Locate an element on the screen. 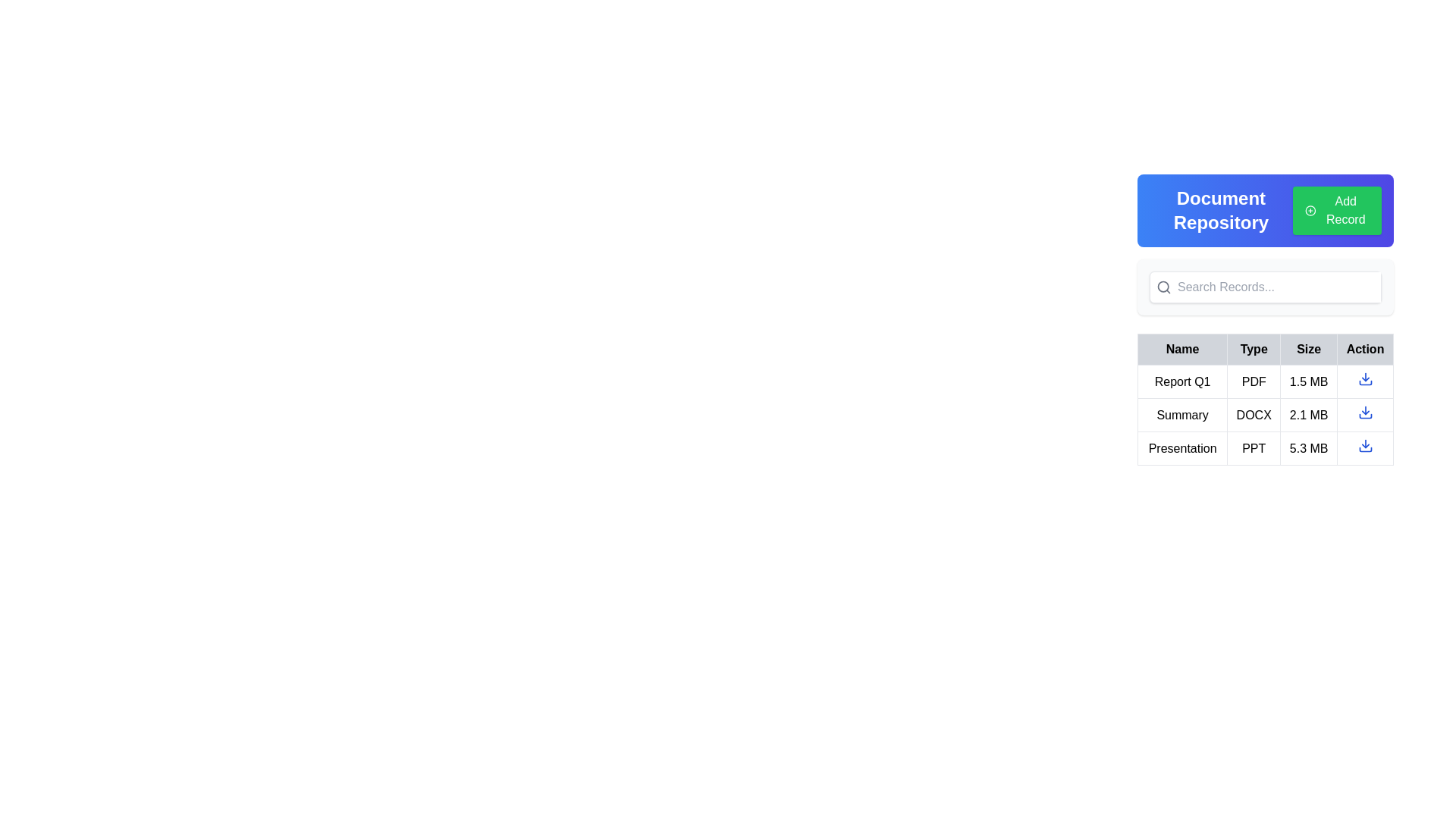 This screenshot has width=1456, height=819. the blue download icon button in the last column of the second row under the 'Action' header corresponding to 'Summary DOCX 2.1 MB' is located at coordinates (1365, 415).